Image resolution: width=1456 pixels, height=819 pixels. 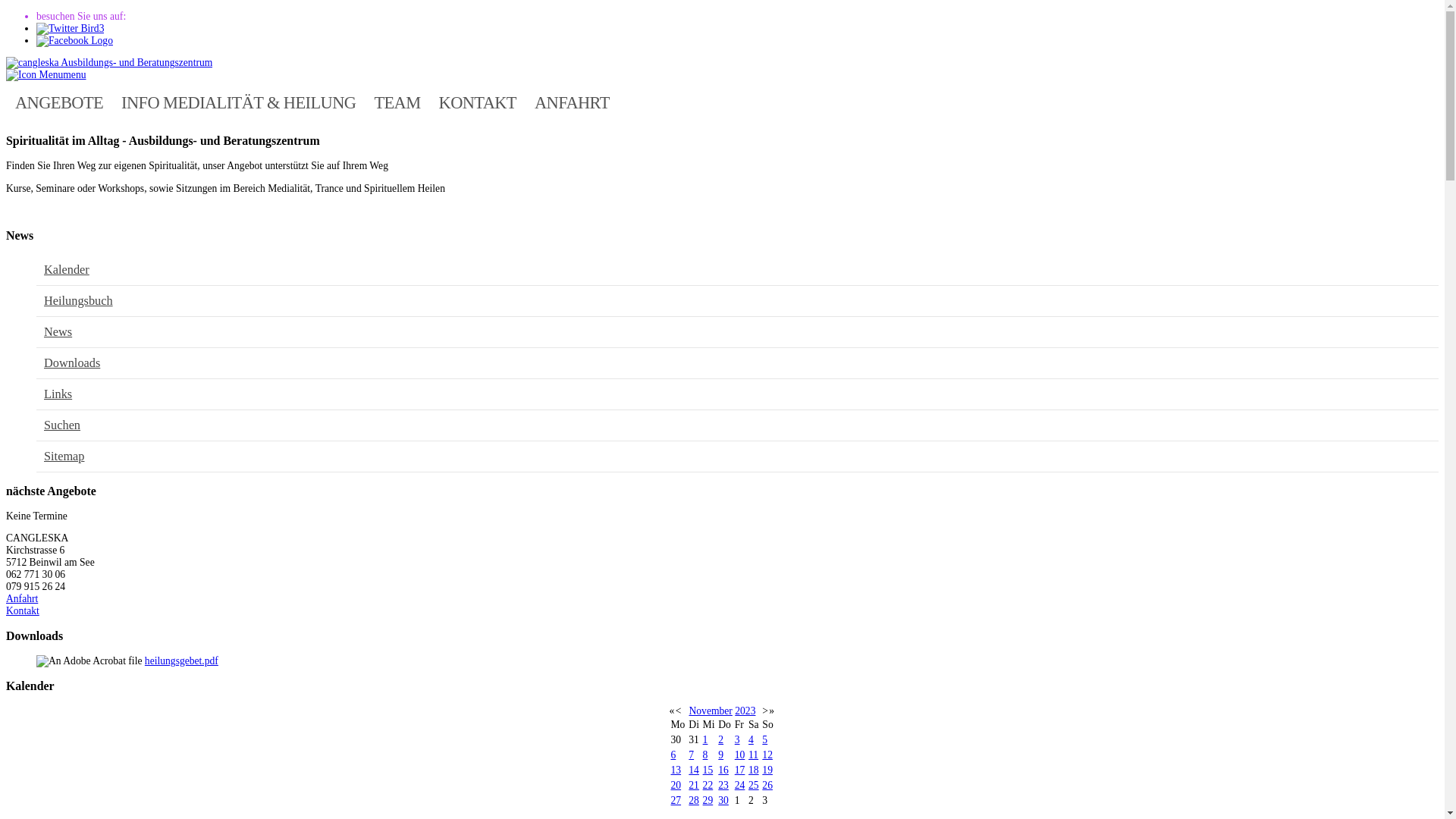 What do you see at coordinates (704, 739) in the screenshot?
I see `'1'` at bounding box center [704, 739].